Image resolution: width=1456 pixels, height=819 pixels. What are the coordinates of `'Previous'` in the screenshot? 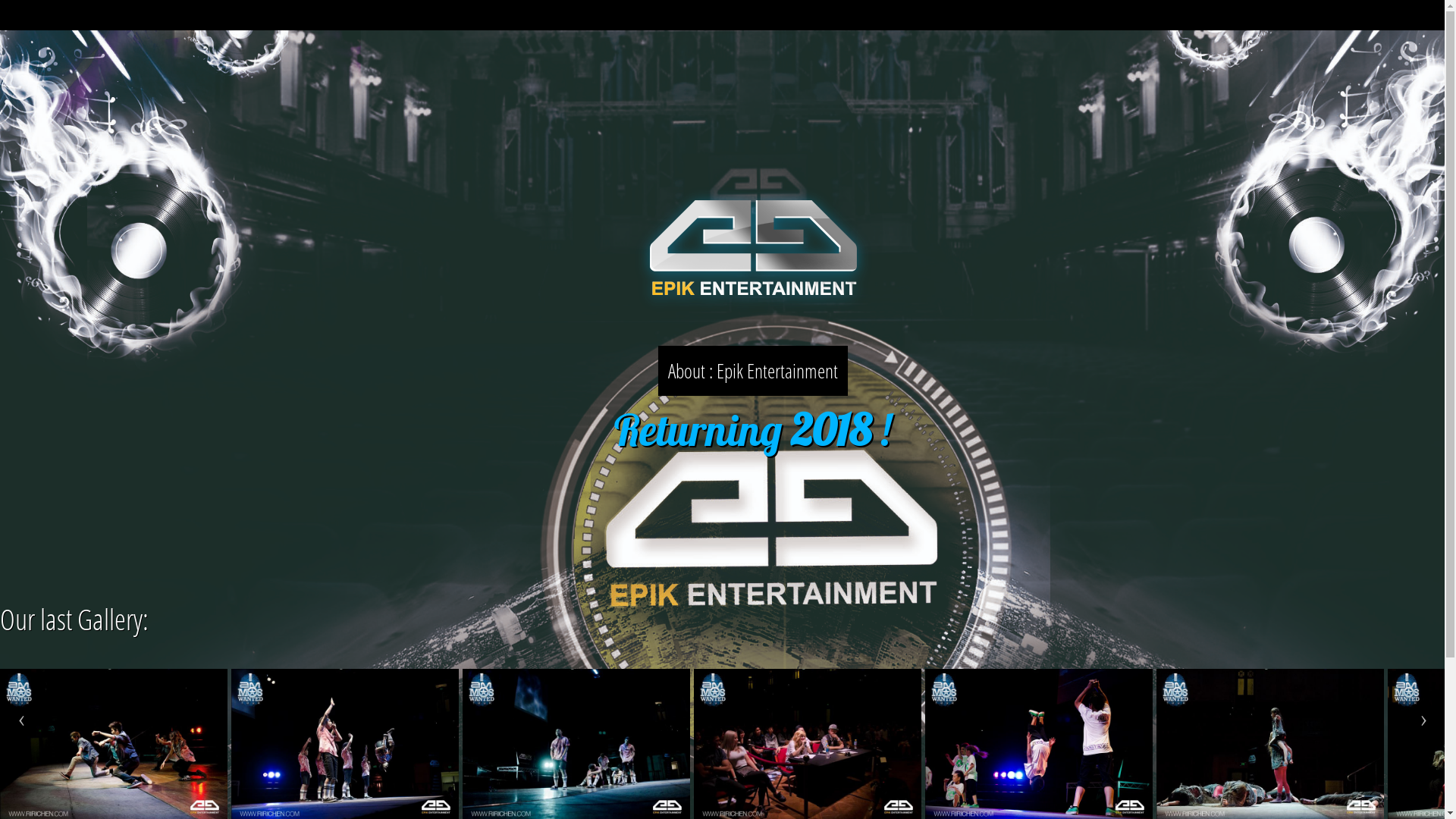 It's located at (21, 720).